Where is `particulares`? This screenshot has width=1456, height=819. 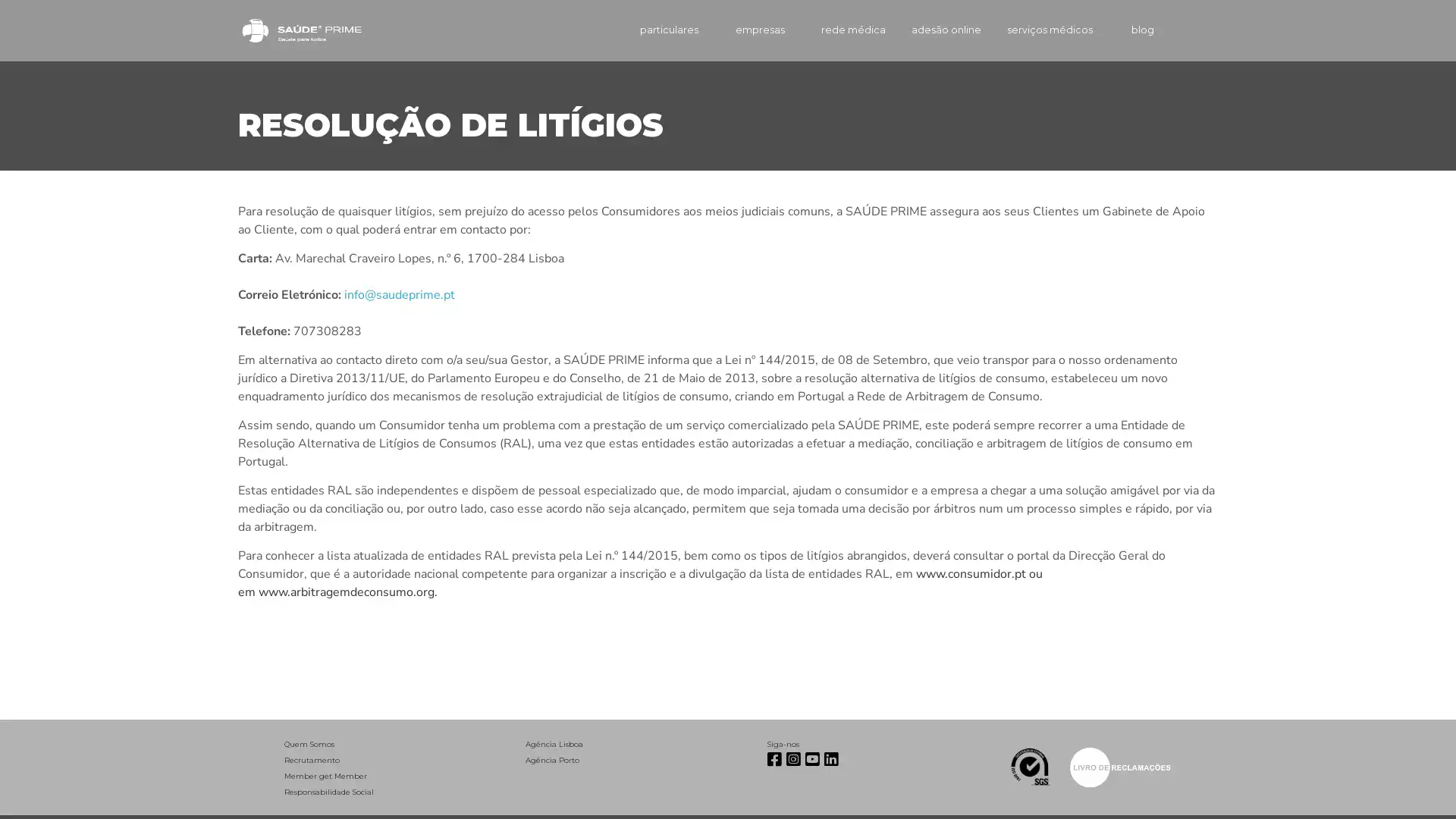
particulares is located at coordinates (644, 30).